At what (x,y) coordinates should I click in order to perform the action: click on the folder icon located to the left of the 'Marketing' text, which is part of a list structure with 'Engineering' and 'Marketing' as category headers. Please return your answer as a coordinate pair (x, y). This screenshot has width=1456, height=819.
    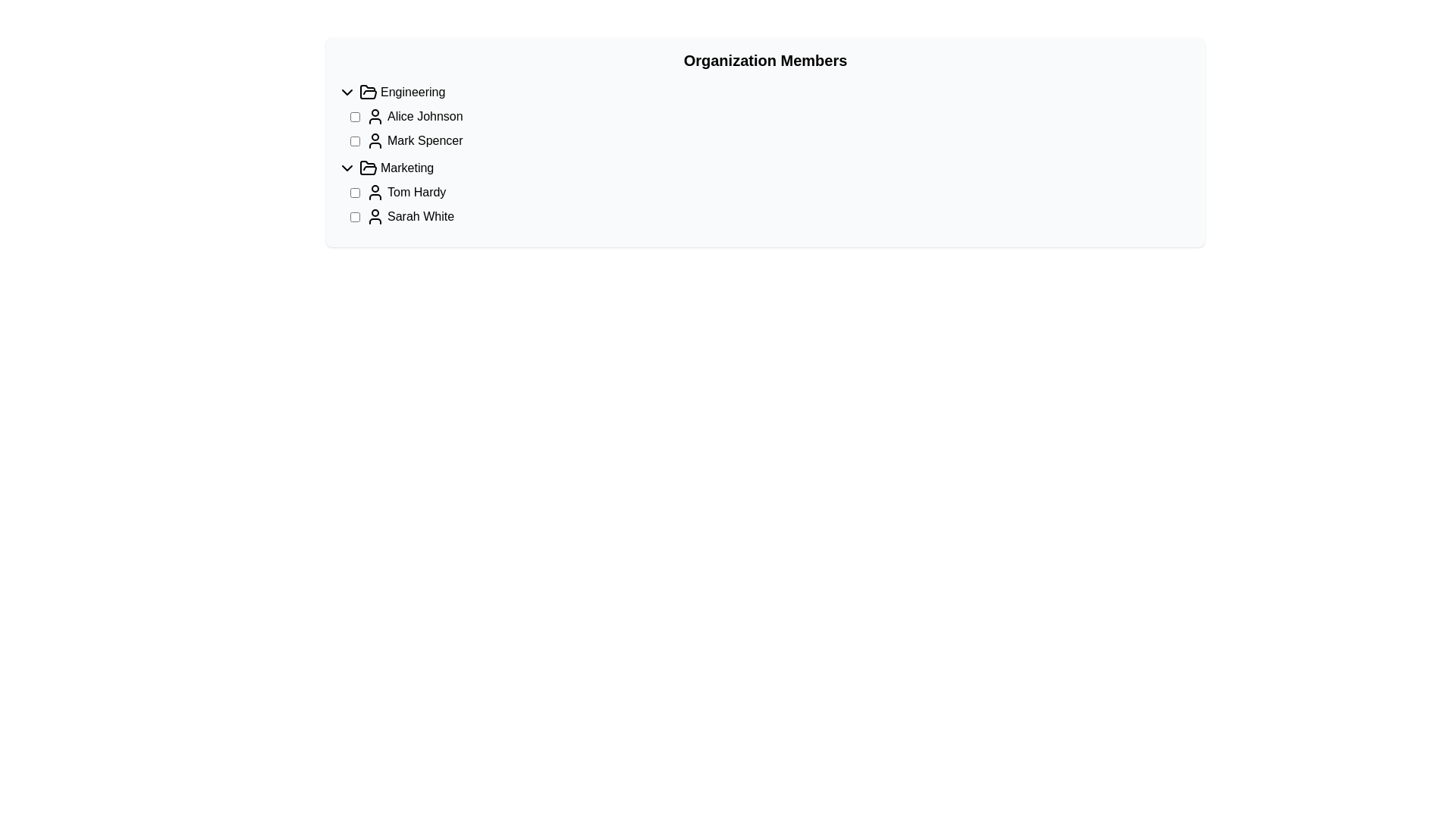
    Looking at the image, I should click on (368, 168).